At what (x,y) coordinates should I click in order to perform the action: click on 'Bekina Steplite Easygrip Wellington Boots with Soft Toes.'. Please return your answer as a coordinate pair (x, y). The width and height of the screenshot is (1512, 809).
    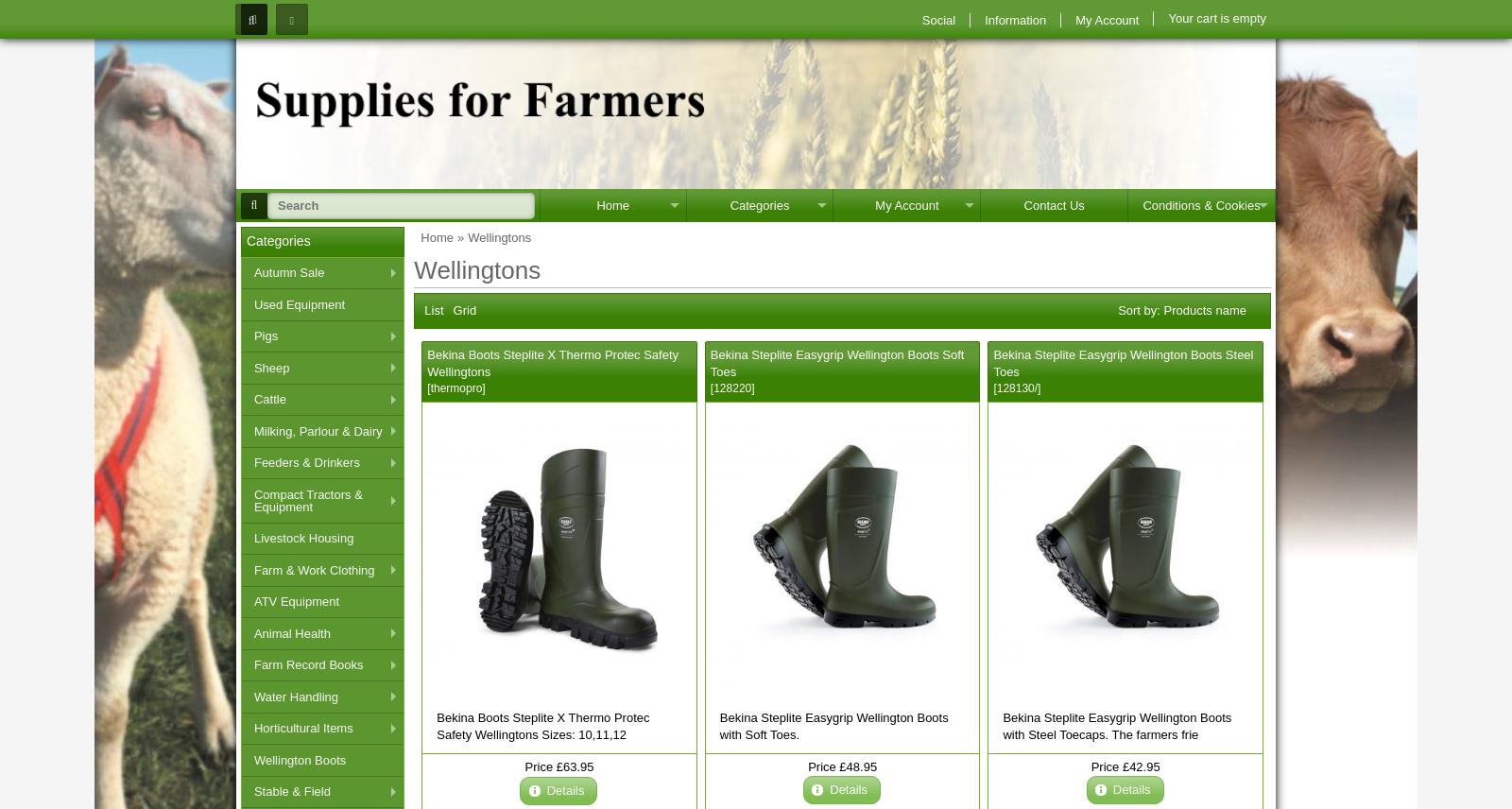
    Looking at the image, I should click on (833, 724).